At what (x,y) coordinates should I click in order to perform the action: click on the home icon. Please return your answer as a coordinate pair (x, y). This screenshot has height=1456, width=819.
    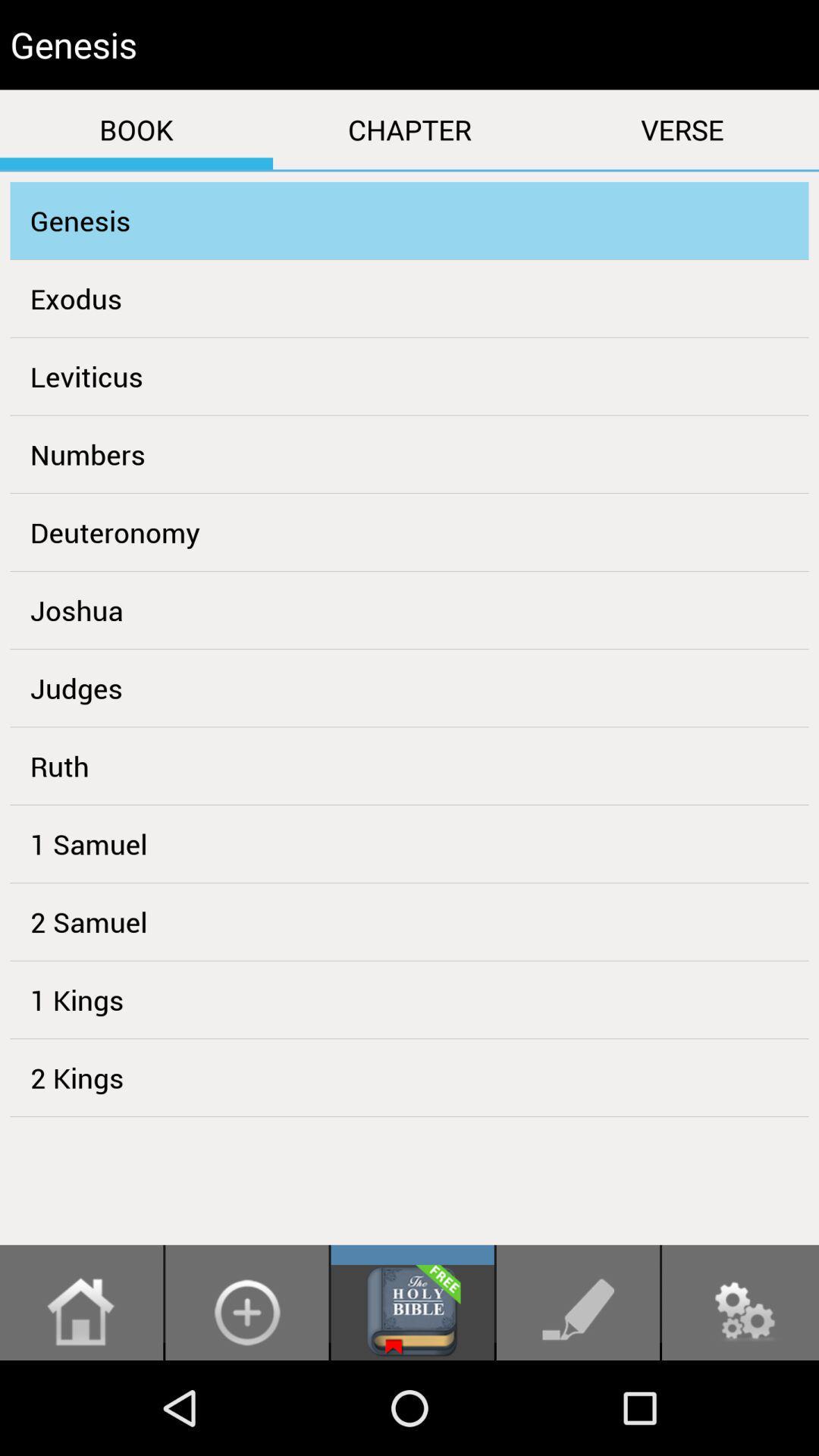
    Looking at the image, I should click on (81, 1404).